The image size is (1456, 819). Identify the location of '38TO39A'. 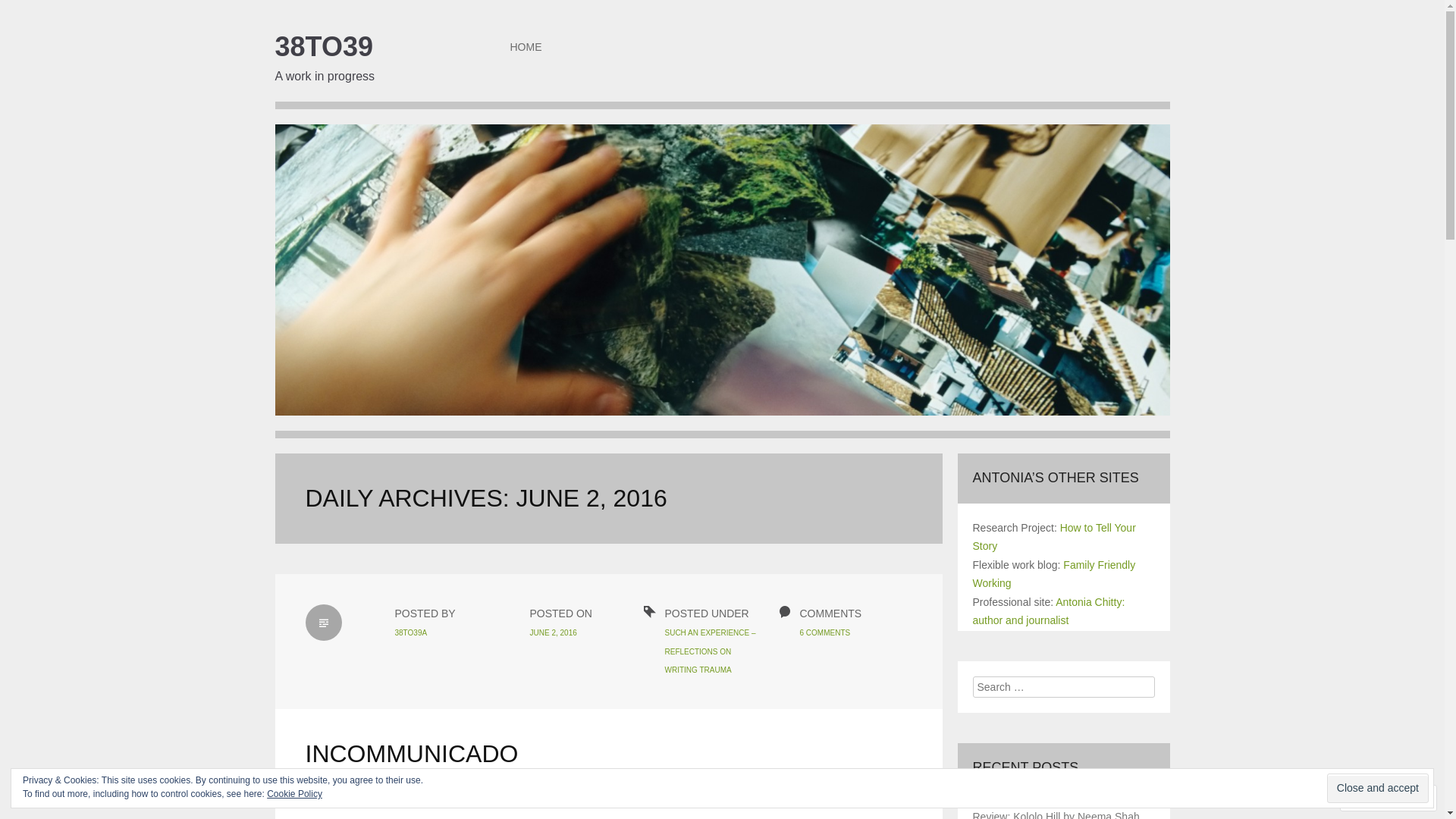
(410, 632).